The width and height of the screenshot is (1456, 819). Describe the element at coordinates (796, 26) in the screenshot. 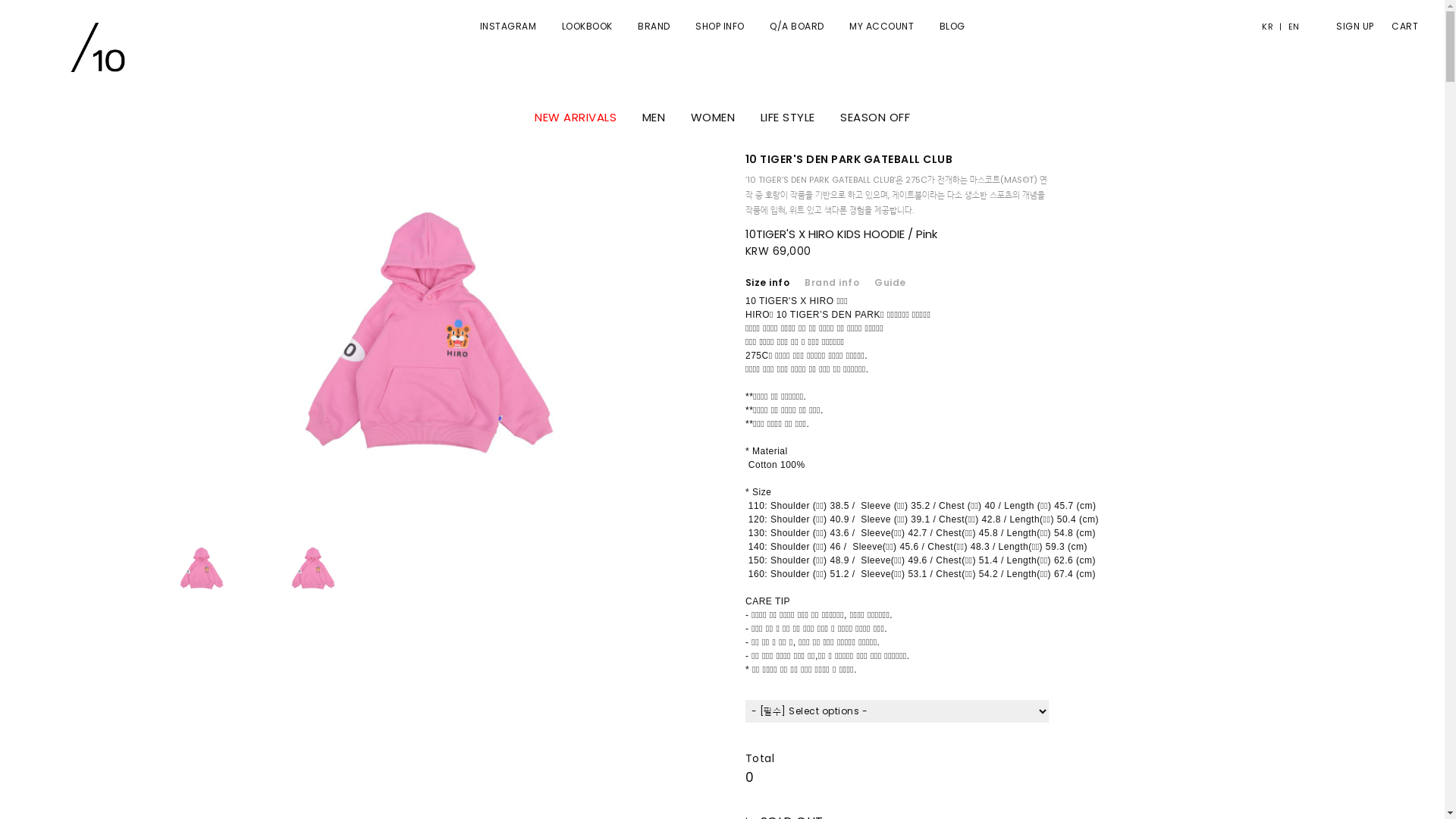

I see `'Q/A BOARD'` at that location.